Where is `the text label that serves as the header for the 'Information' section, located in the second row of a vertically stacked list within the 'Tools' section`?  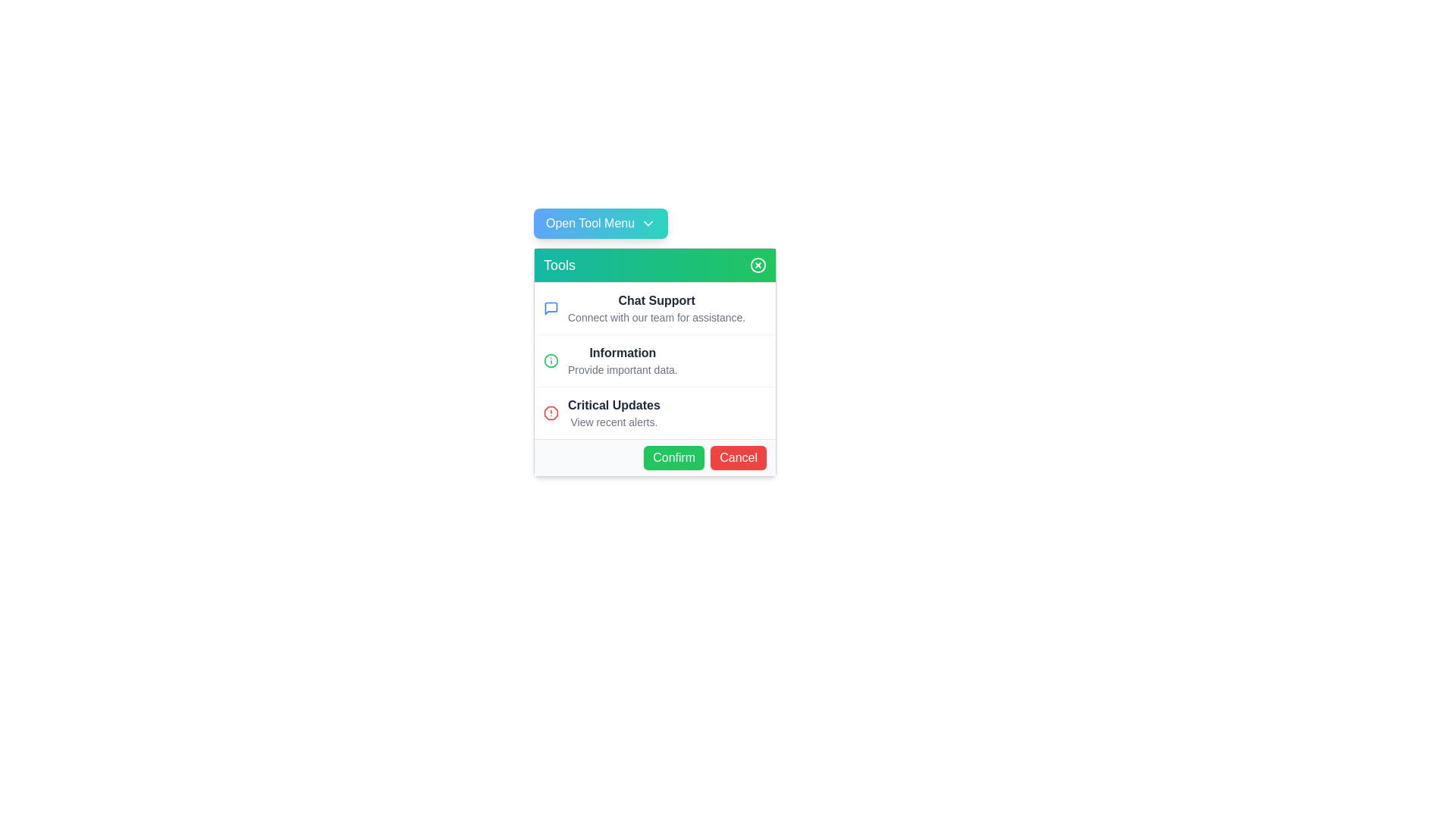
the text label that serves as the header for the 'Information' section, located in the second row of a vertically stacked list within the 'Tools' section is located at coordinates (623, 353).